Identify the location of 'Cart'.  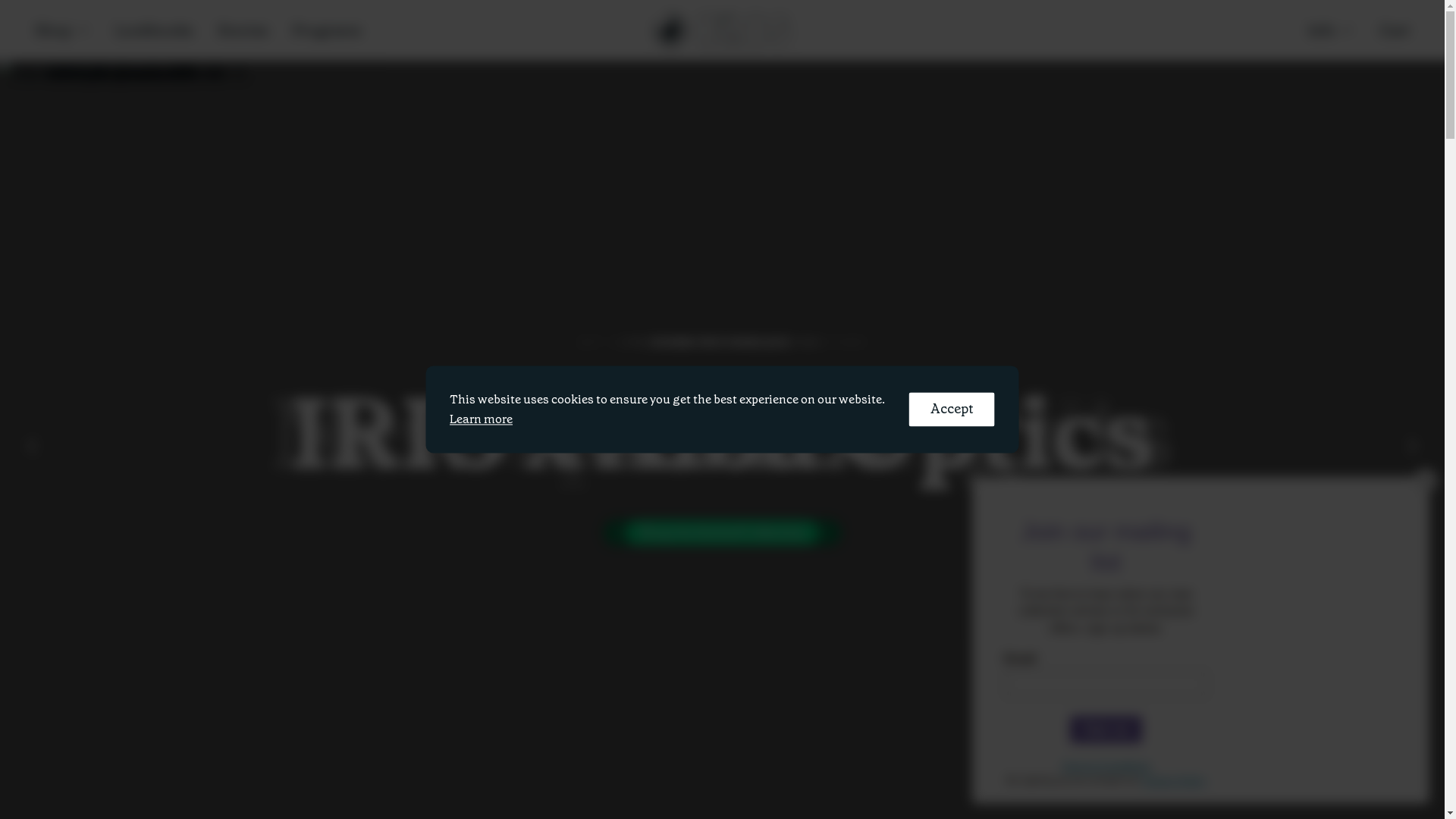
(1394, 30).